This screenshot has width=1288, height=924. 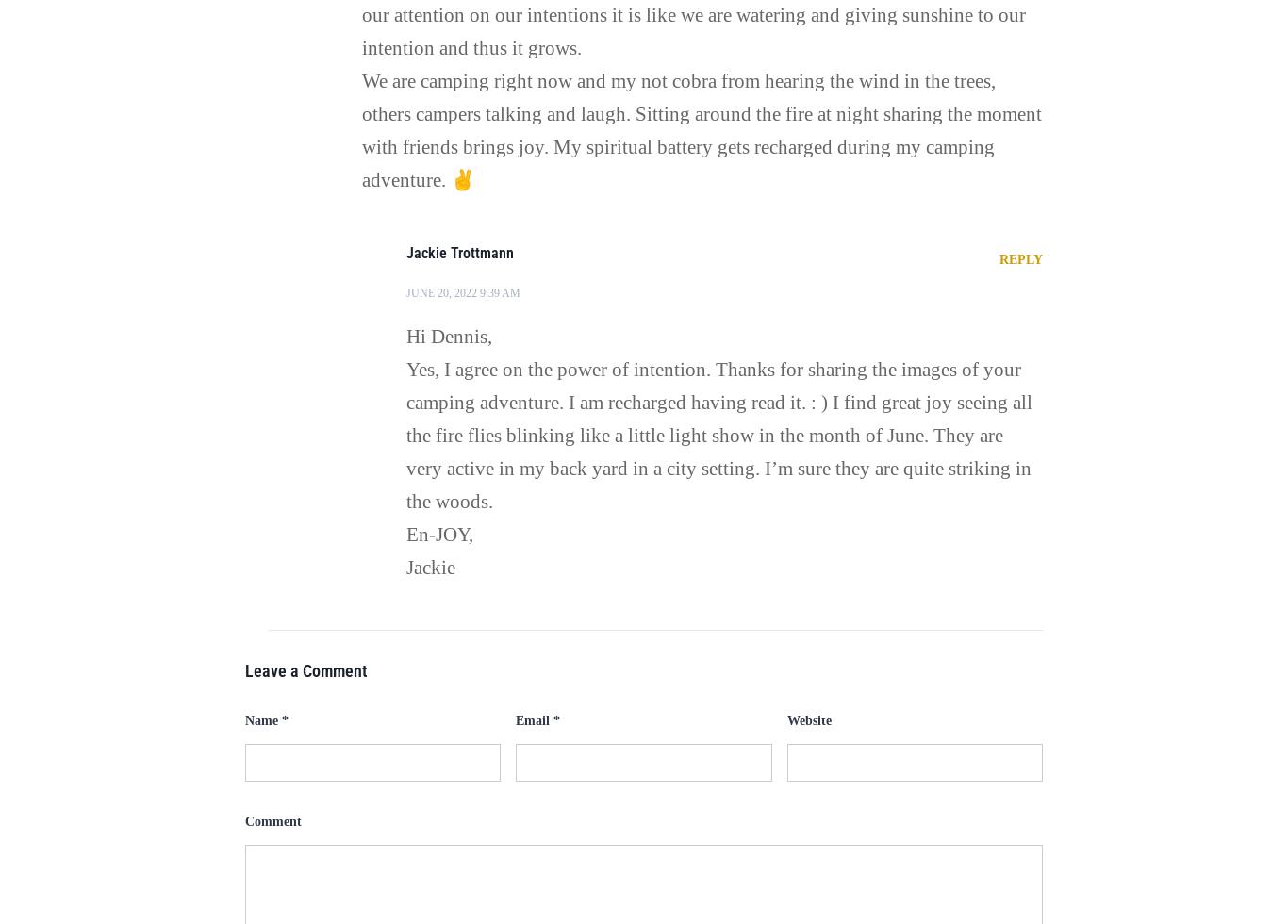 I want to click on 'Jackie', so click(x=431, y=567).